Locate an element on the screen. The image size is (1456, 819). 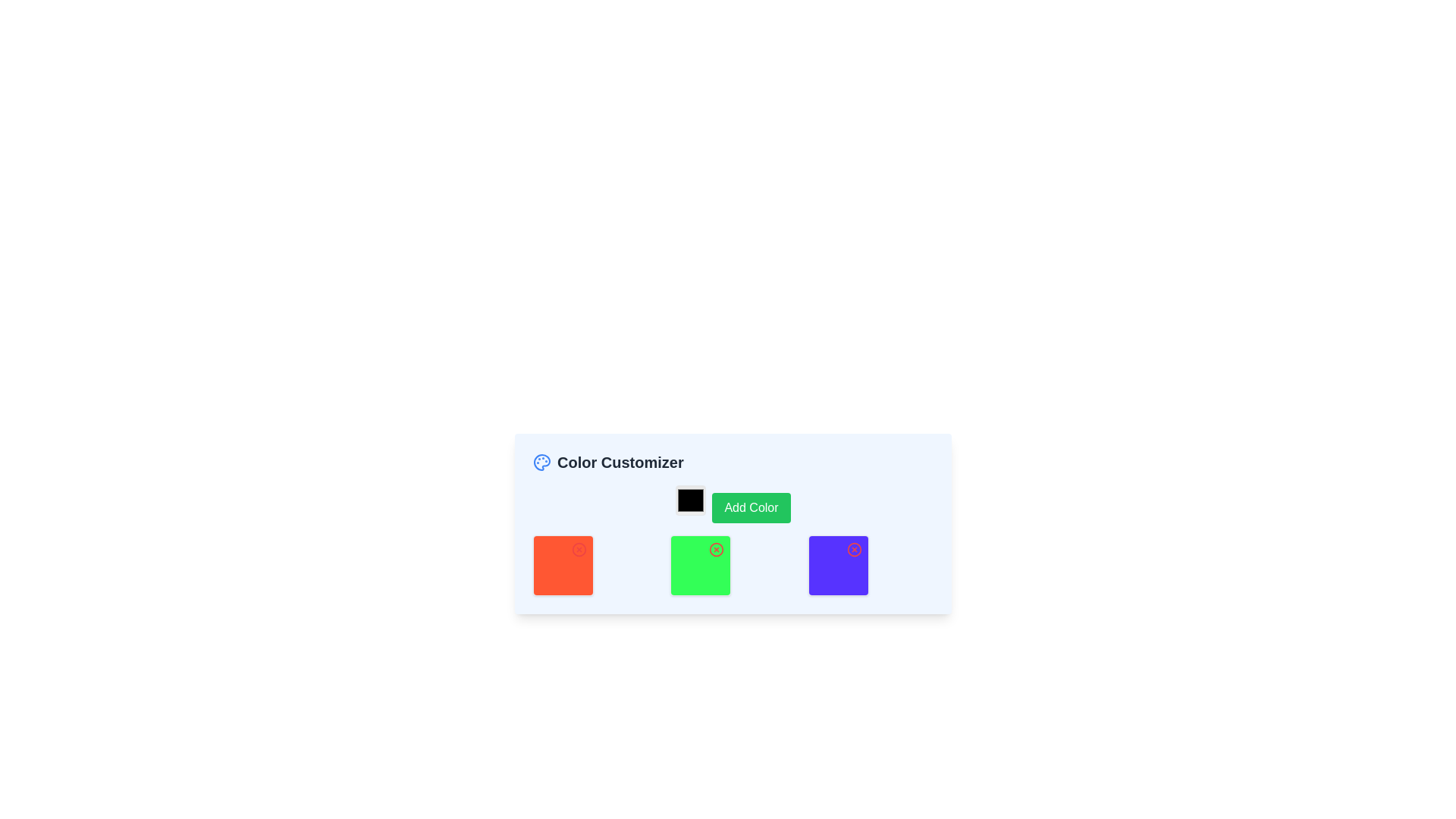
the interactive color box with a bright green background and a small red 'X' icon is located at coordinates (700, 565).